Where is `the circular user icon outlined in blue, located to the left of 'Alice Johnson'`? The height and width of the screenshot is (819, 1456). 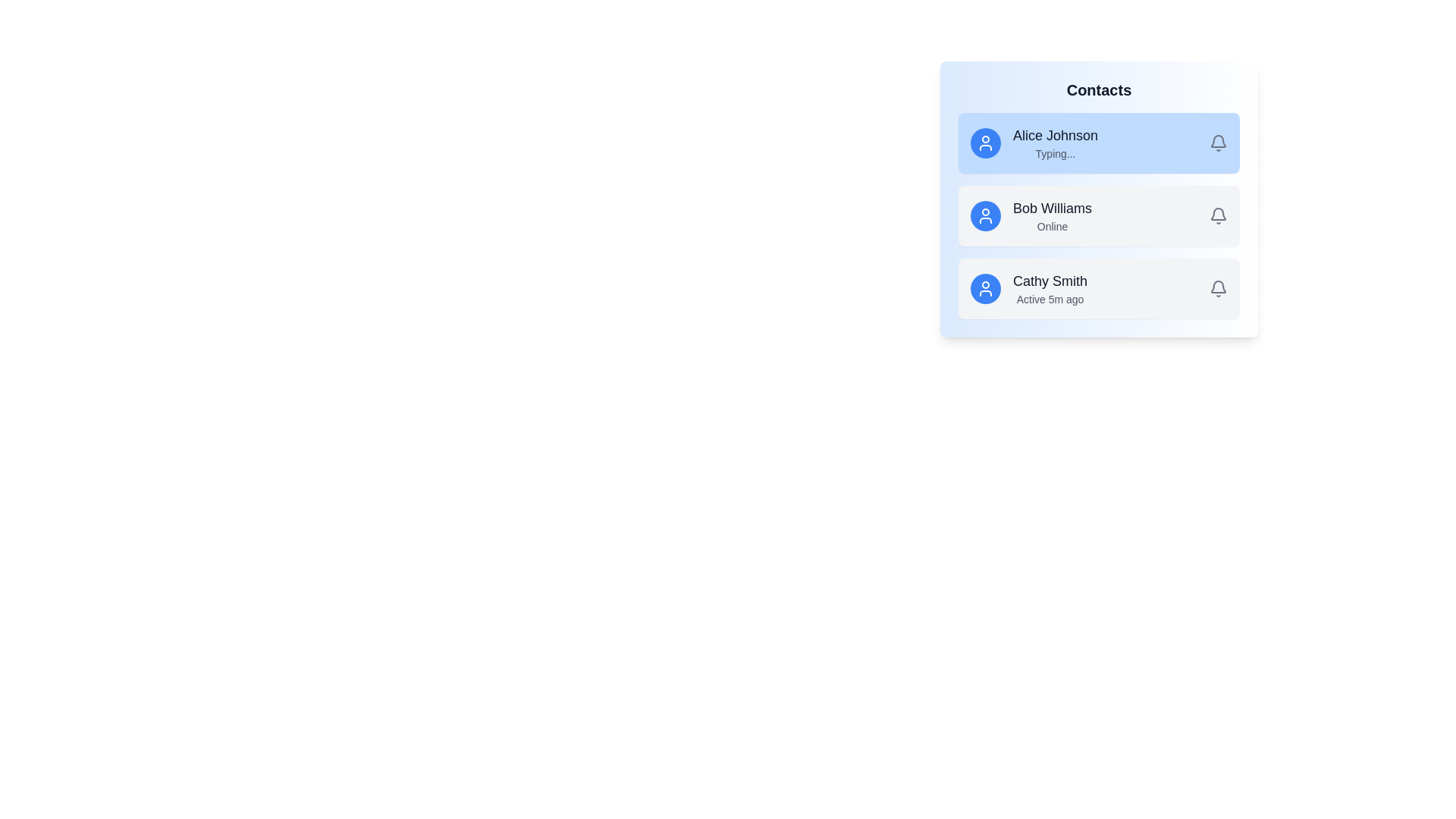 the circular user icon outlined in blue, located to the left of 'Alice Johnson' is located at coordinates (986, 143).